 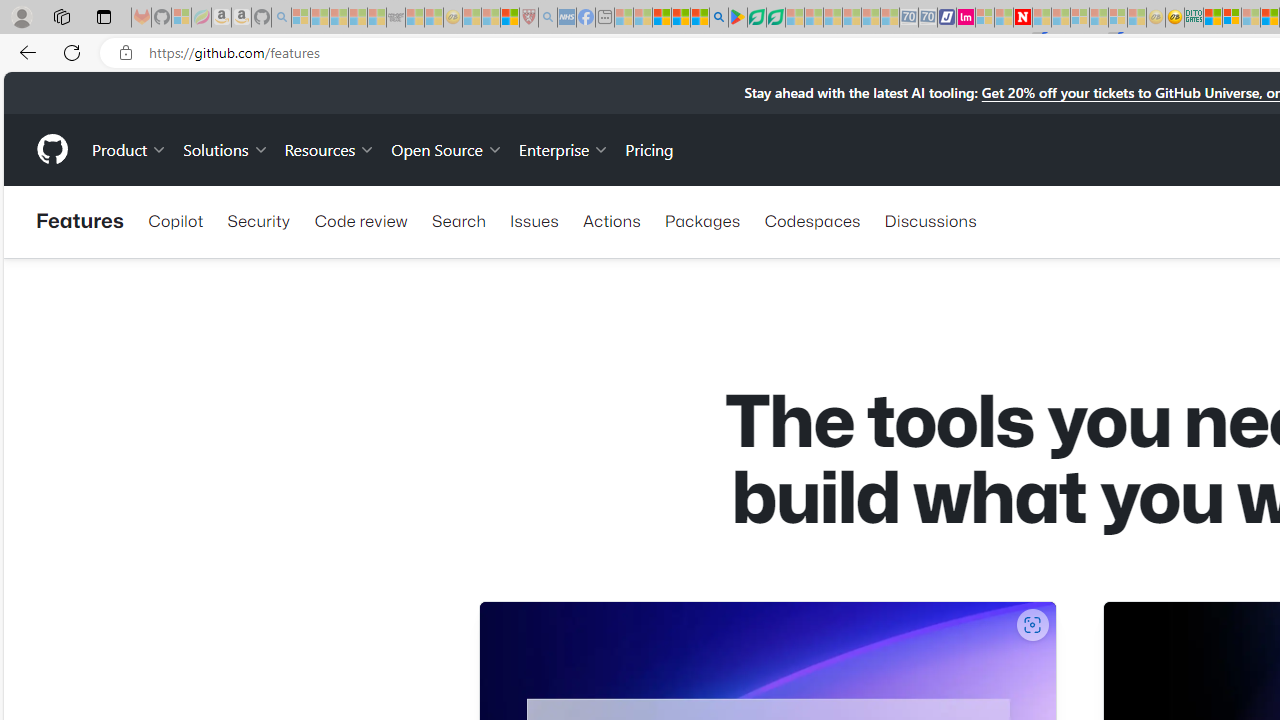 I want to click on 'Pricing', so click(x=649, y=148).